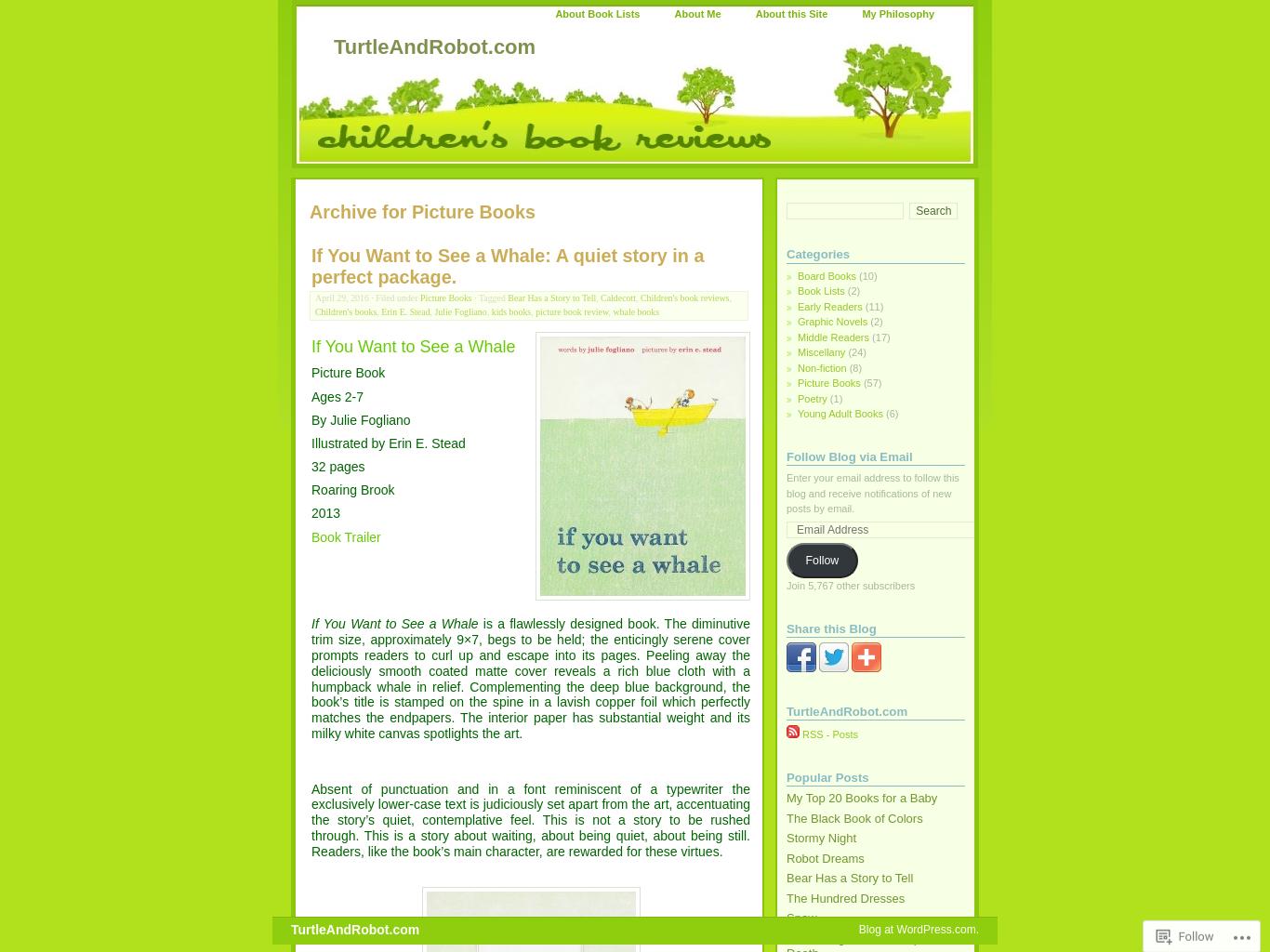 This screenshot has width=1270, height=952. Describe the element at coordinates (387, 441) in the screenshot. I see `'Illustrated by Erin E. Stead'` at that location.